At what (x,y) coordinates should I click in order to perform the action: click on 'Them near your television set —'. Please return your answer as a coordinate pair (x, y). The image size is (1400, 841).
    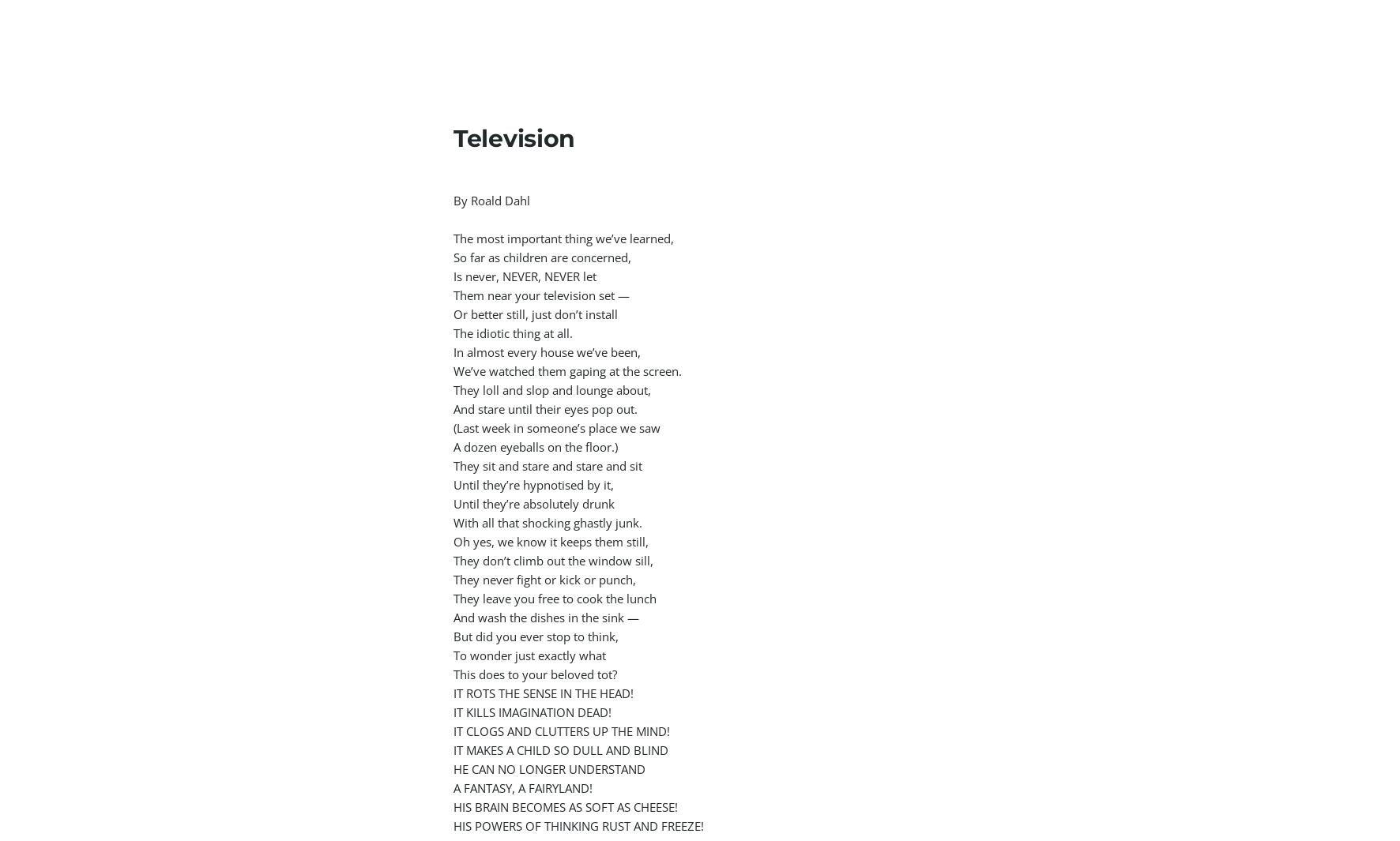
    Looking at the image, I should click on (542, 295).